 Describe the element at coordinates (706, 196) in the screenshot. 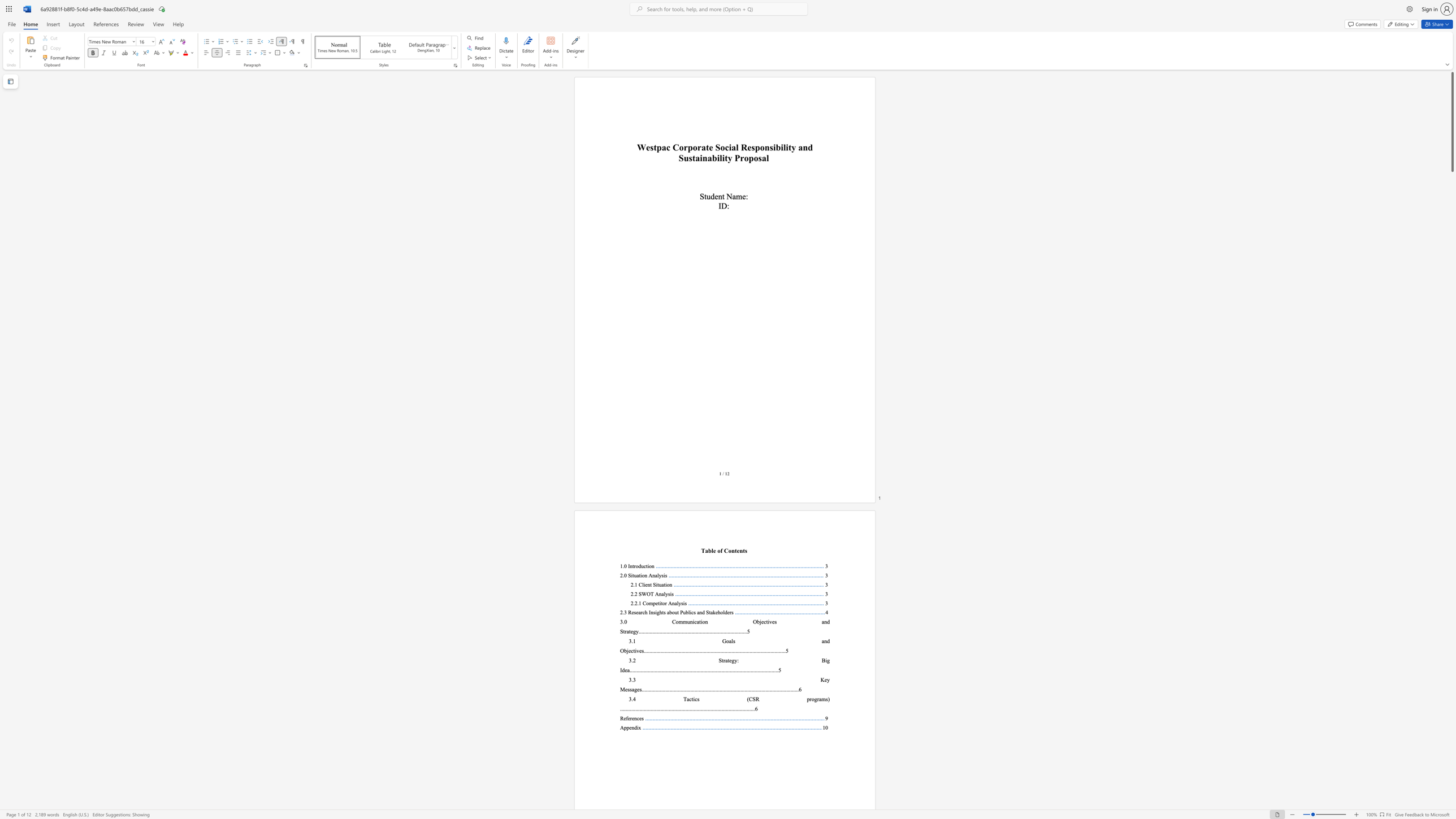

I see `the subset text "udent Name" within the text "tudent Name:"` at that location.